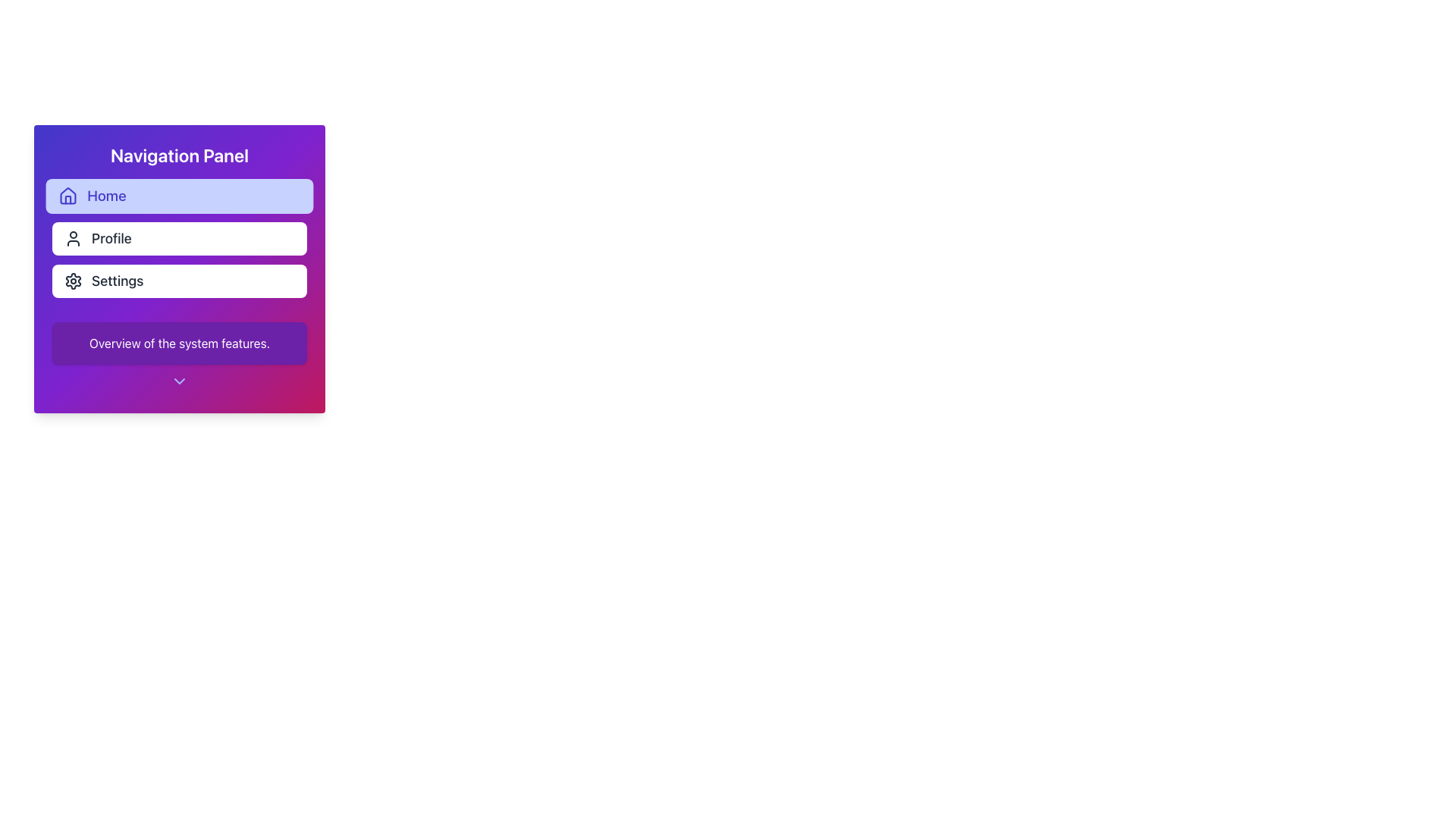  What do you see at coordinates (67, 199) in the screenshot?
I see `the 'Home' icon located at the top of the Navigation Panel, which visually represents the 'Home' function` at bounding box center [67, 199].